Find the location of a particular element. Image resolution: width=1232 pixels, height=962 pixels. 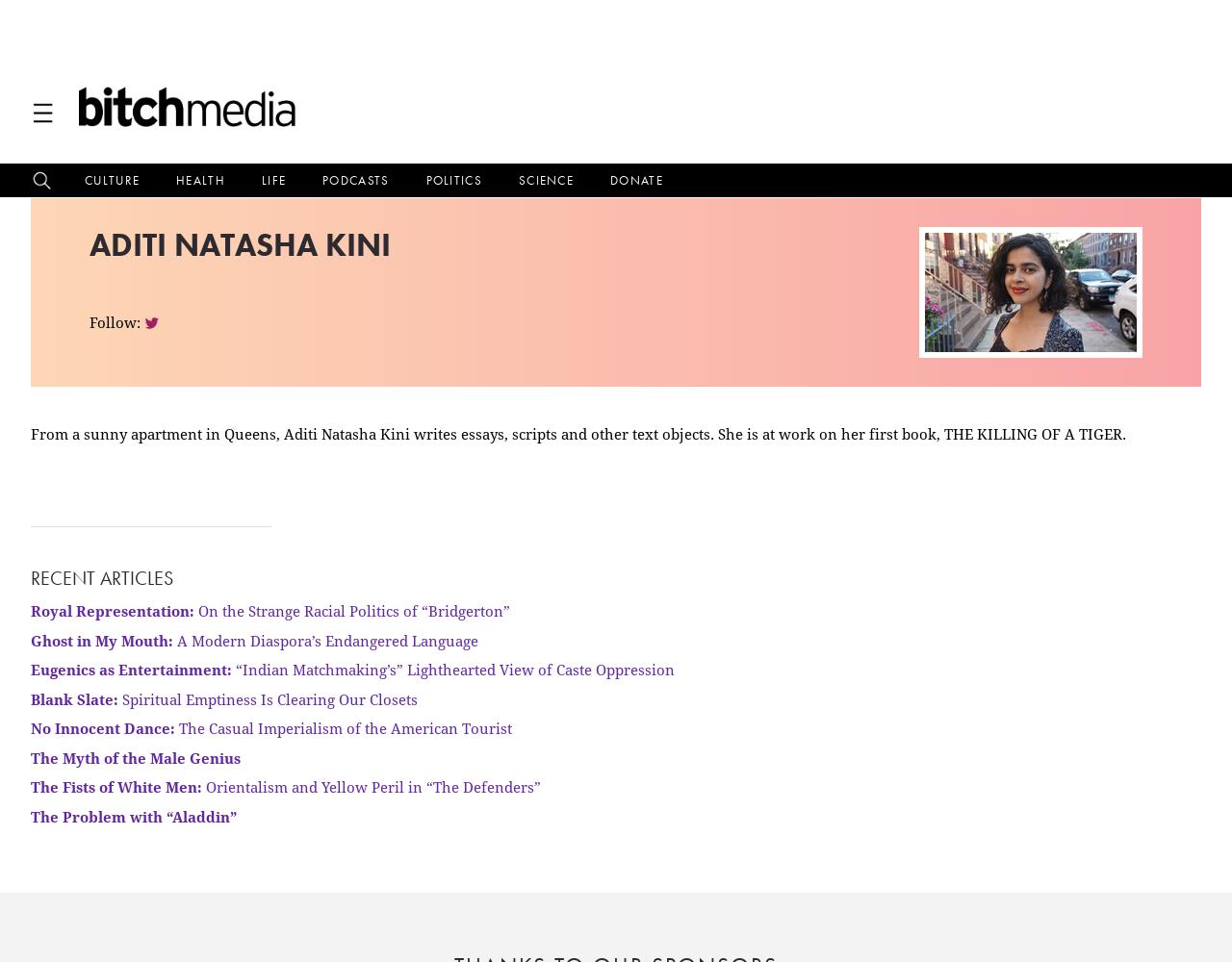

'Blank Slate:' is located at coordinates (74, 697).